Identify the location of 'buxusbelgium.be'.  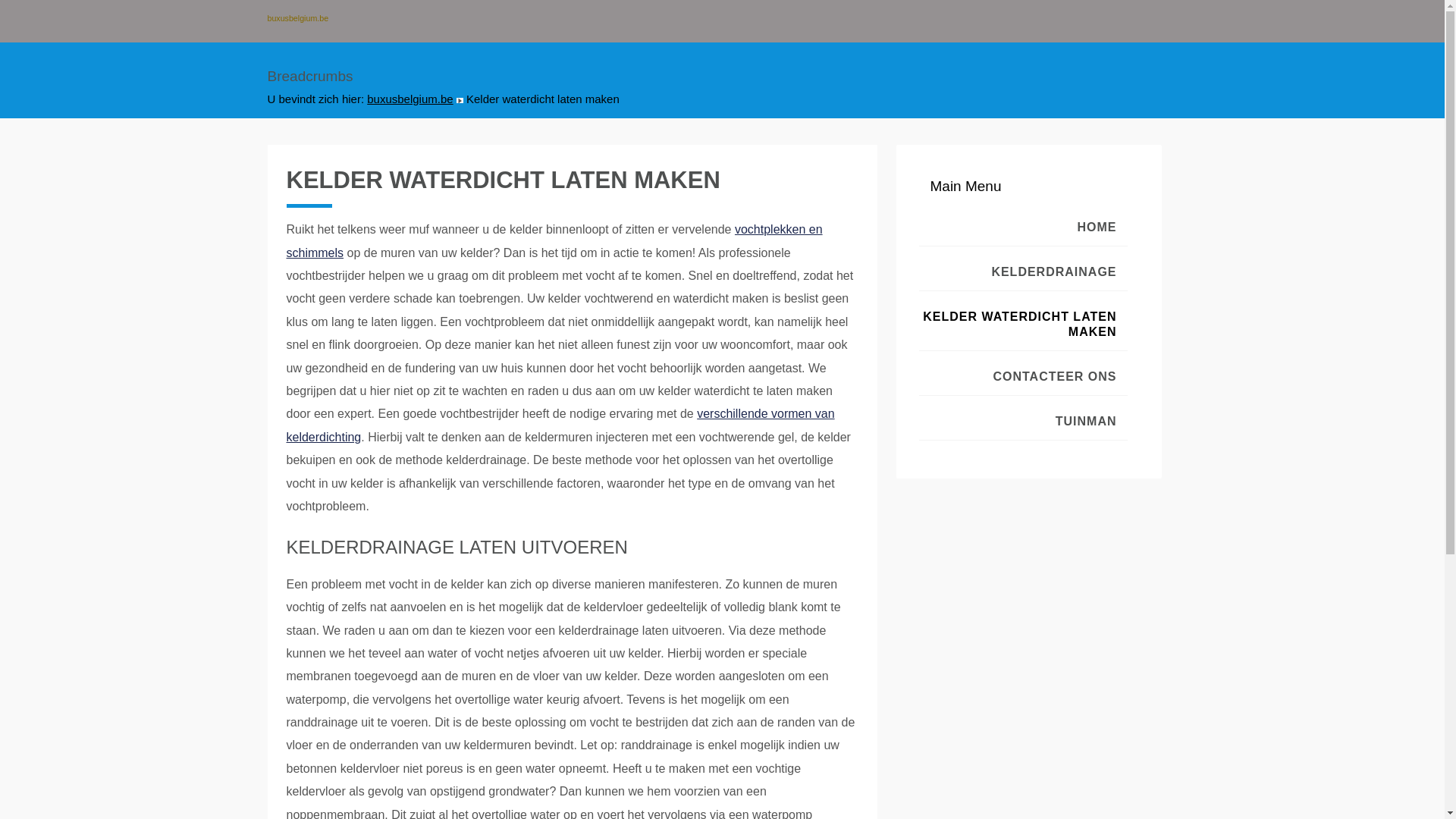
(409, 99).